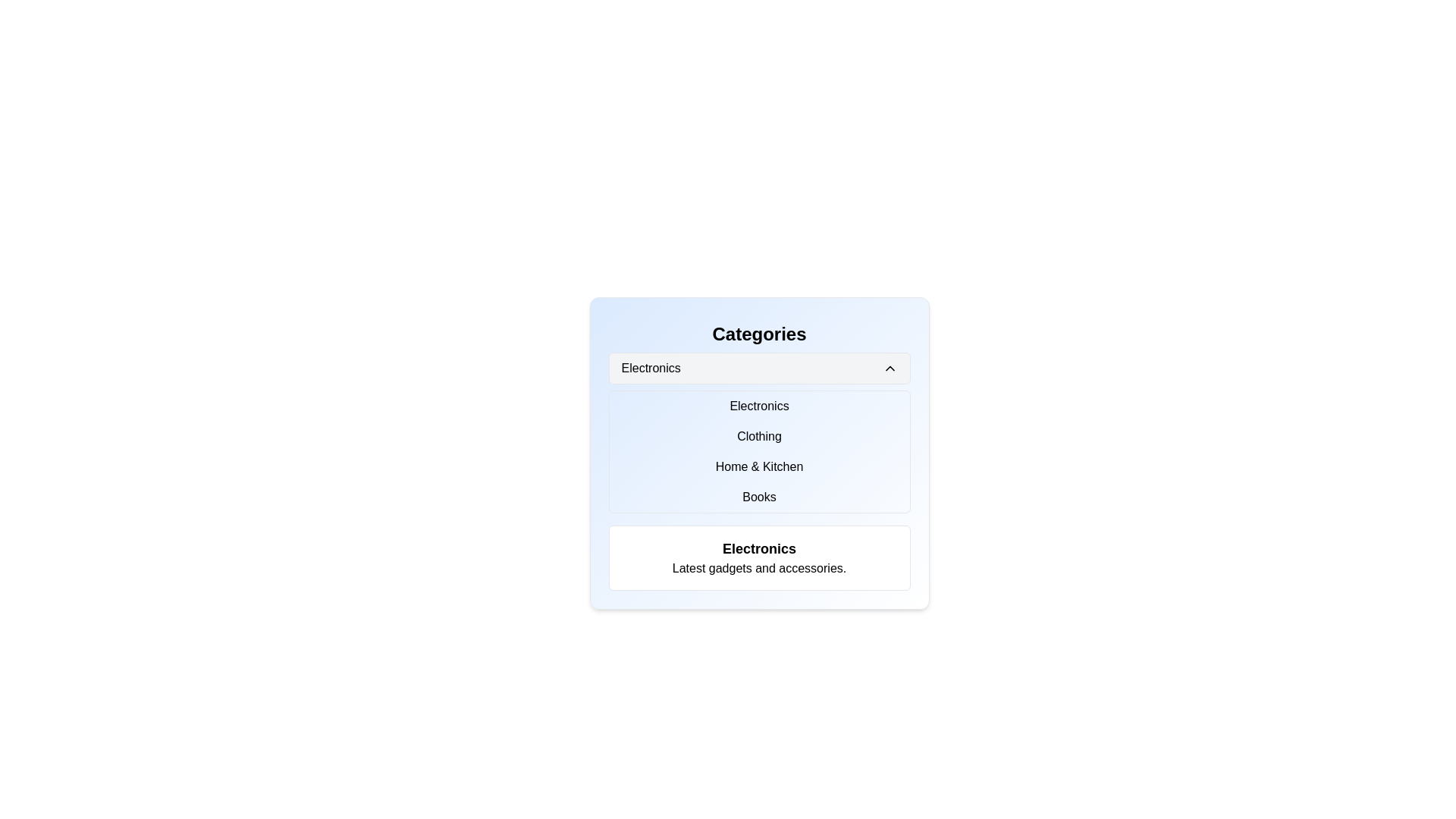 This screenshot has height=819, width=1456. Describe the element at coordinates (759, 466) in the screenshot. I see `the 'Home & Kitchen' button, which is the third button in a list of four buttons, located below the 'Clothing' button and above the 'Books' button` at that location.